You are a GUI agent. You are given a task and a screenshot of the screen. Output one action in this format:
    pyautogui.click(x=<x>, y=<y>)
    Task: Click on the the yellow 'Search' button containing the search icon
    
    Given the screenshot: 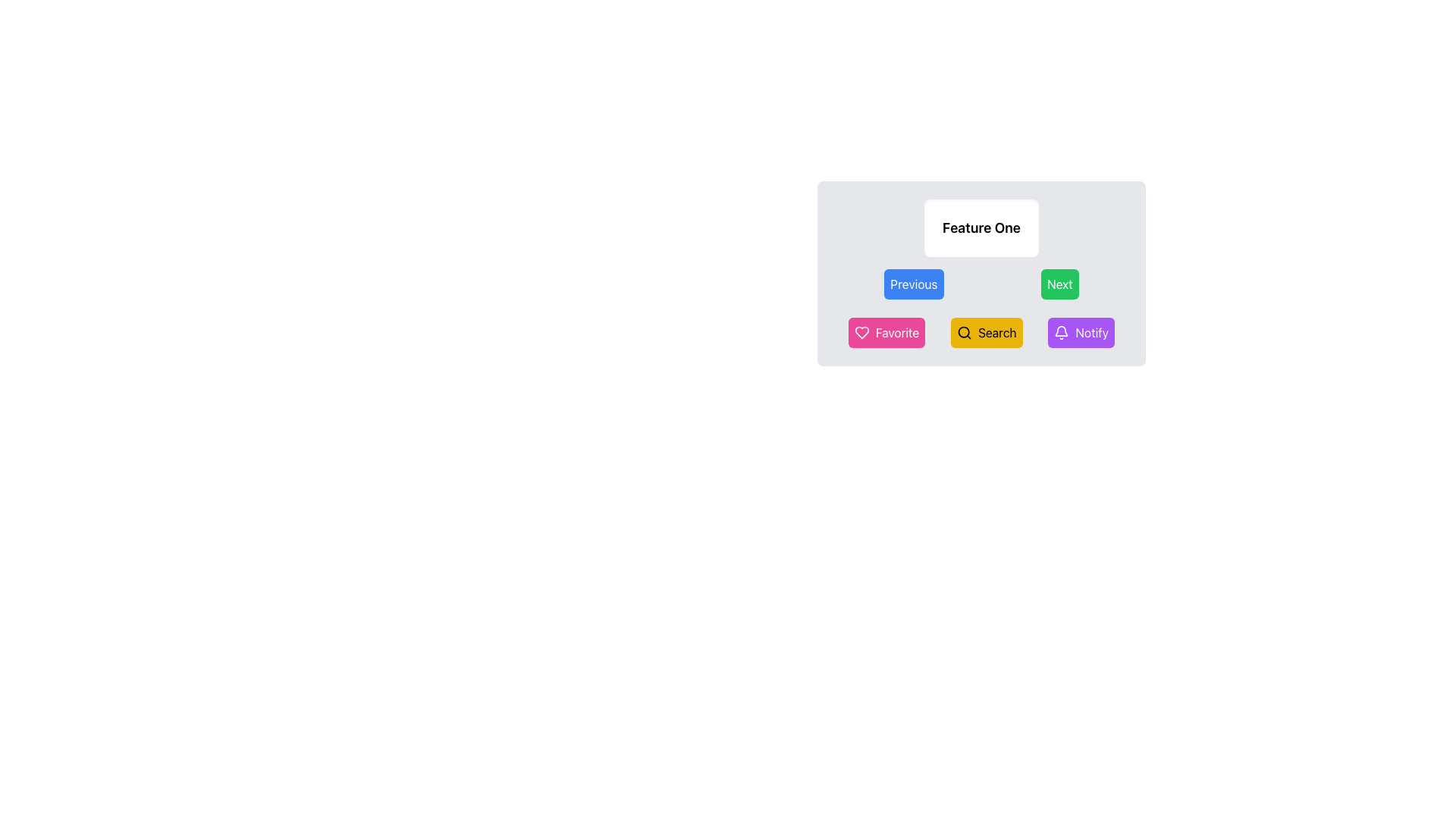 What is the action you would take?
    pyautogui.click(x=964, y=332)
    